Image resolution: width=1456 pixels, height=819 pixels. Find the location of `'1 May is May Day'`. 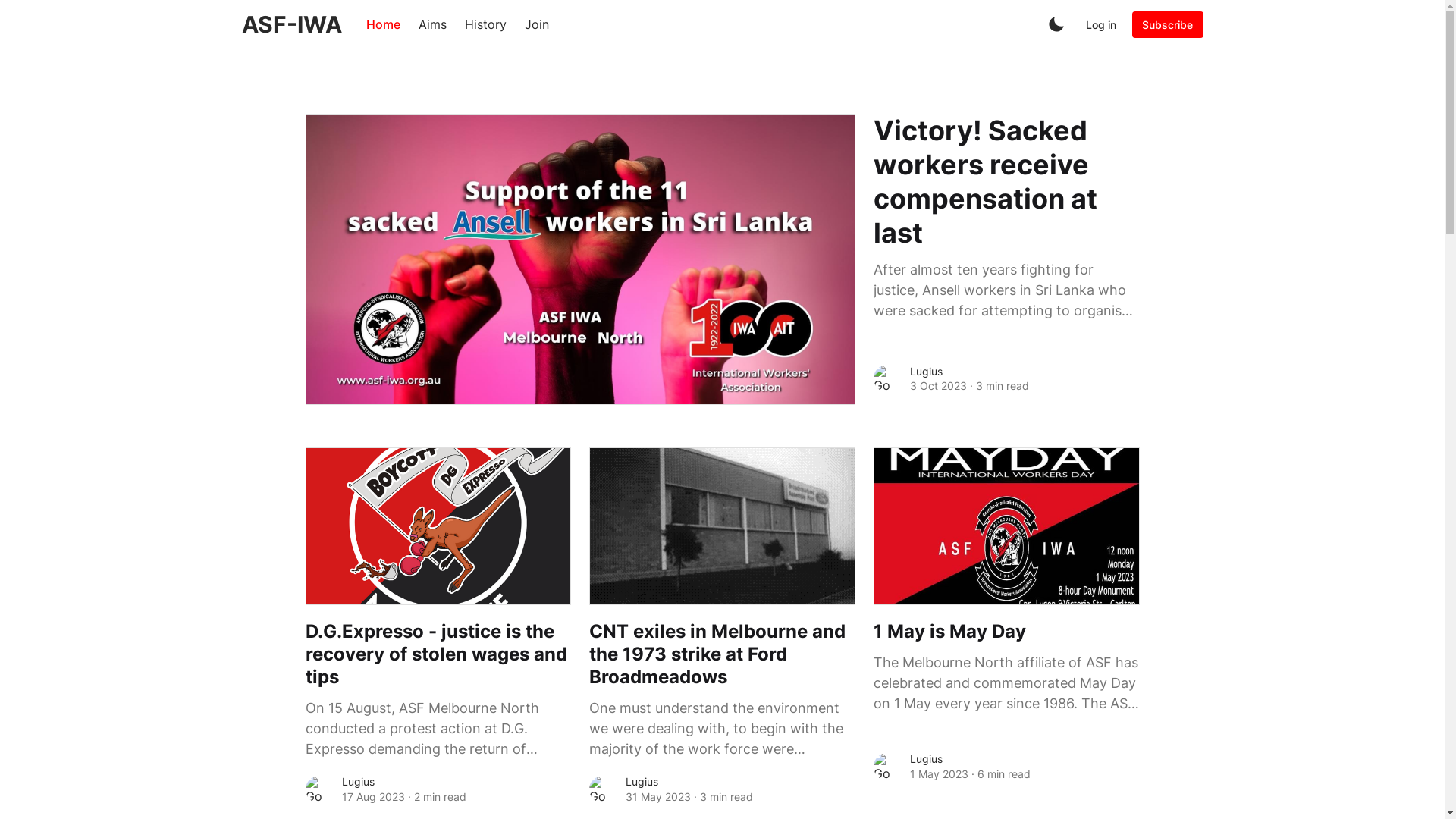

'1 May is May Day' is located at coordinates (1006, 632).